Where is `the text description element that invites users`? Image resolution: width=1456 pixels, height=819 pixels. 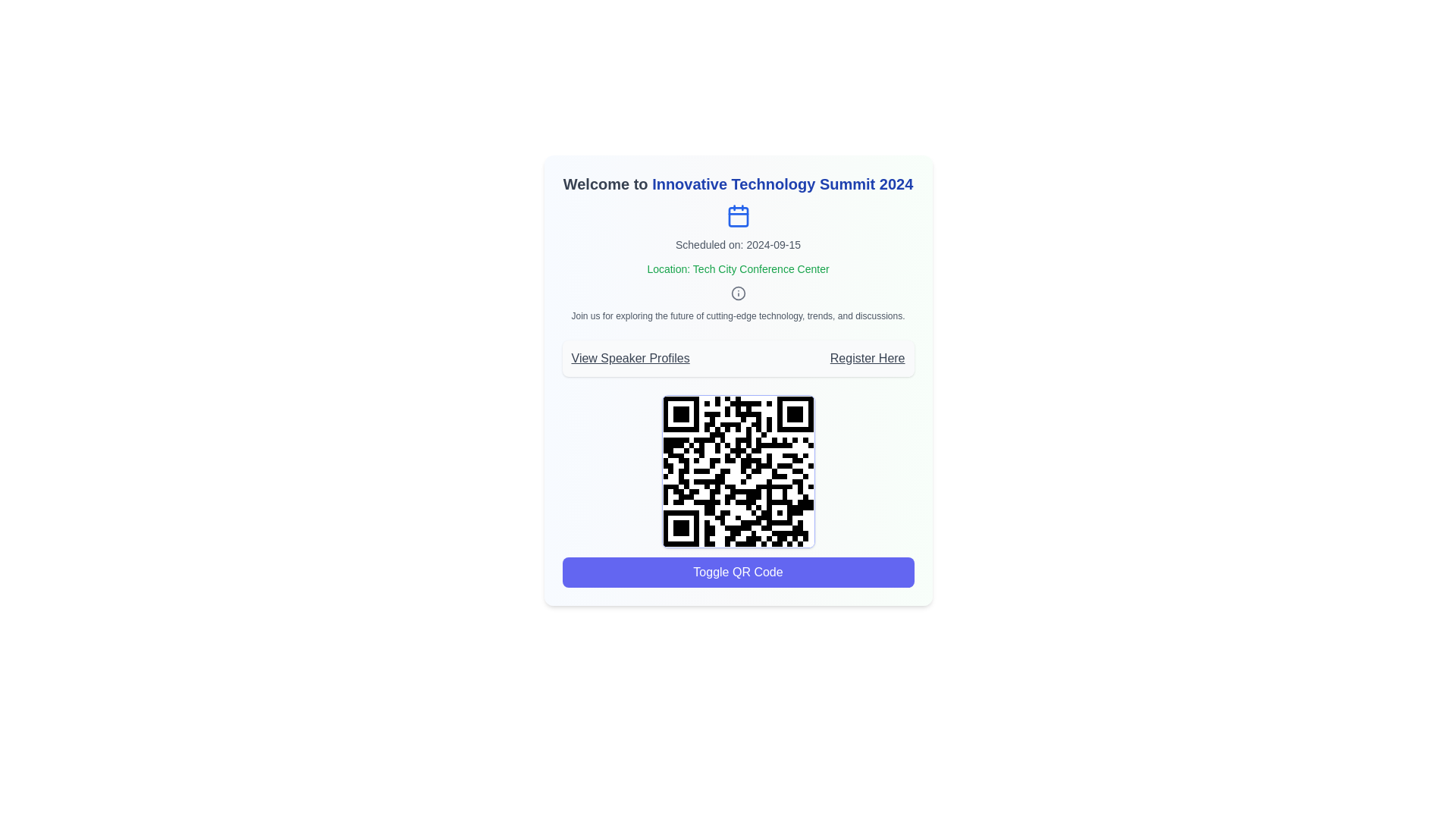
the text description element that invites users is located at coordinates (738, 315).